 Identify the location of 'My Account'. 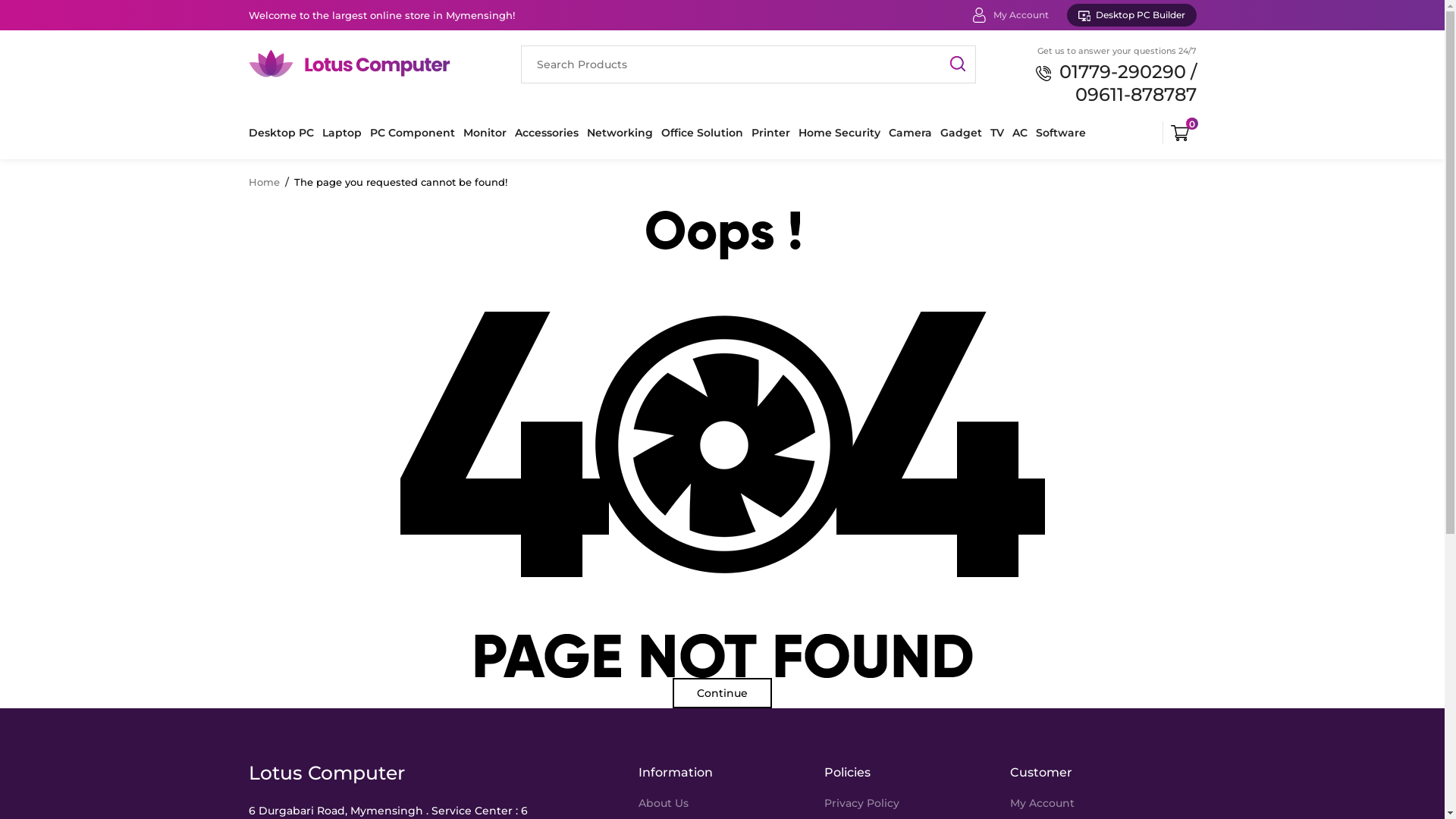
(1009, 802).